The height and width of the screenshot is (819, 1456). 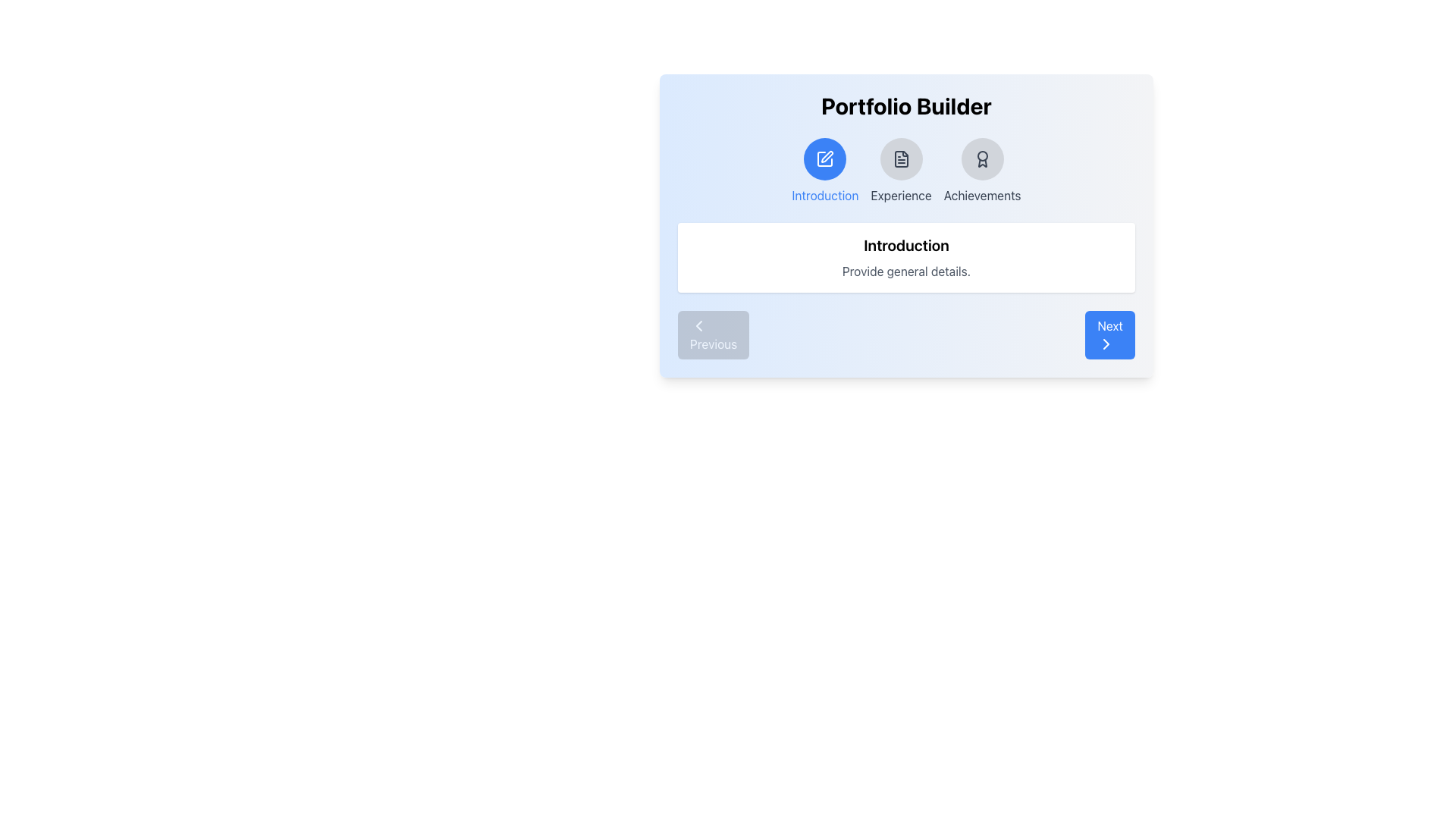 What do you see at coordinates (901, 171) in the screenshot?
I see `the 'Experience' button-like element, which is positioned in the top-middle of the interface between 'Introduction' and 'Achievements'` at bounding box center [901, 171].